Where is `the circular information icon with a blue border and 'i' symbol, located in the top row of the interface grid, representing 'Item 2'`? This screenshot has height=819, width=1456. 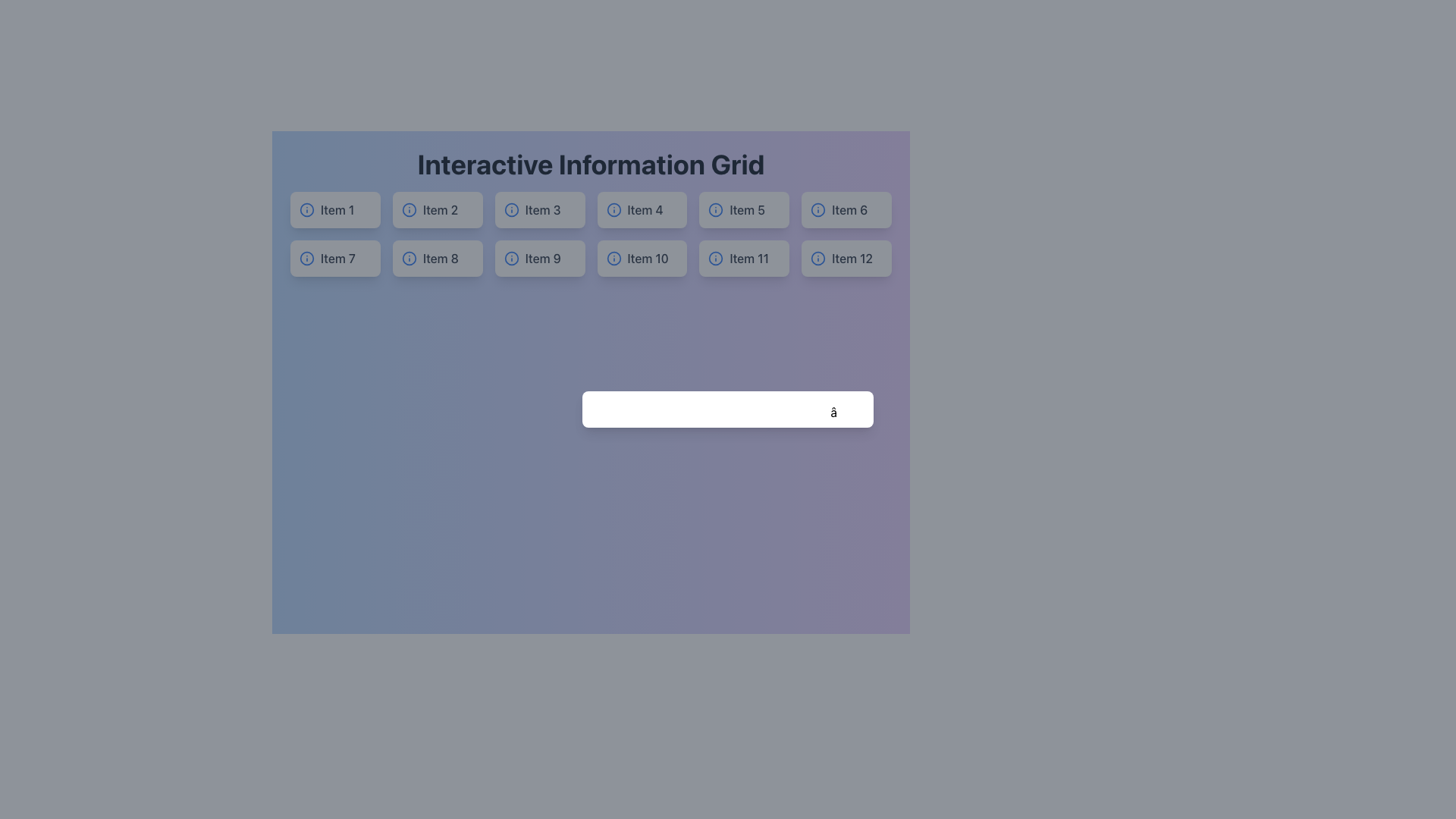 the circular information icon with a blue border and 'i' symbol, located in the top row of the interface grid, representing 'Item 2' is located at coordinates (409, 210).